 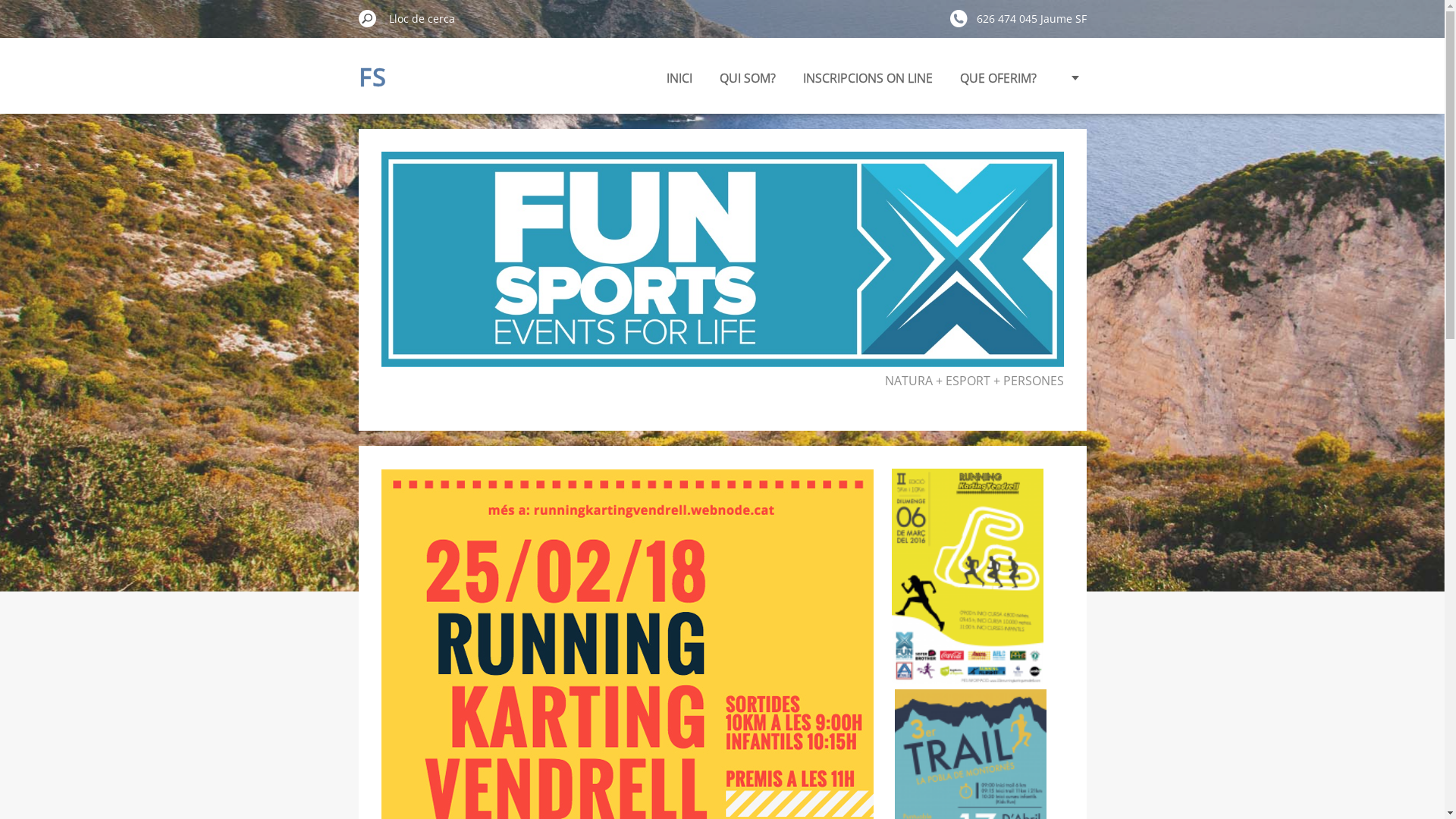 What do you see at coordinates (677, 76) in the screenshot?
I see `'INICI'` at bounding box center [677, 76].